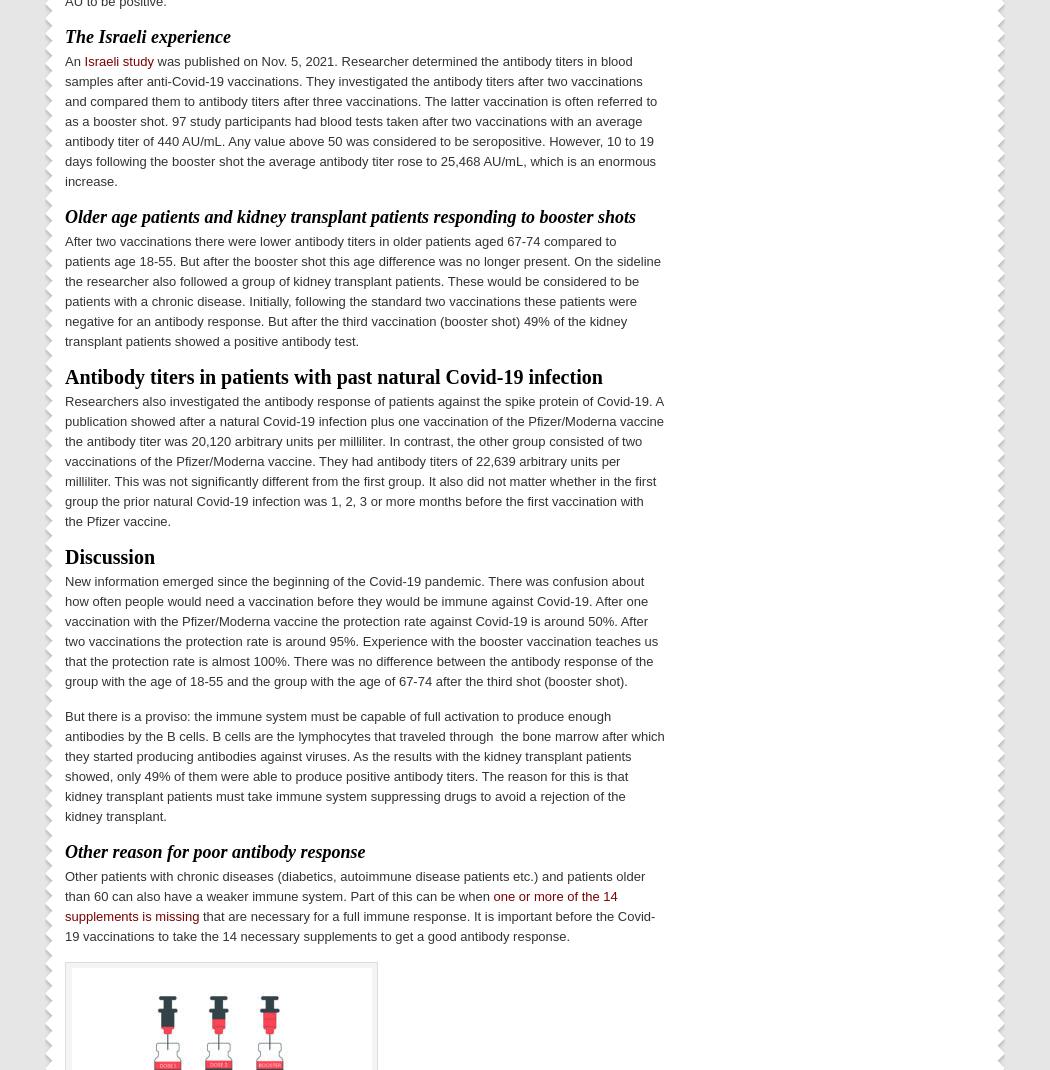  I want to click on 'But there is a proviso: the immune system must be capable of full activation to produce enough antibodies by the B cells. B cells are the lymphocytes that traveled through  the bone marrow after which they started producing antibodies against viruses. As the results with the kidney transplant patients showed, only 49% of them were able to produce positive antibody titers. The reason for this is that kidney transplant patients must take immune system suppressing drugs to avoid a rejection of the kidney transplant.', so click(363, 764).